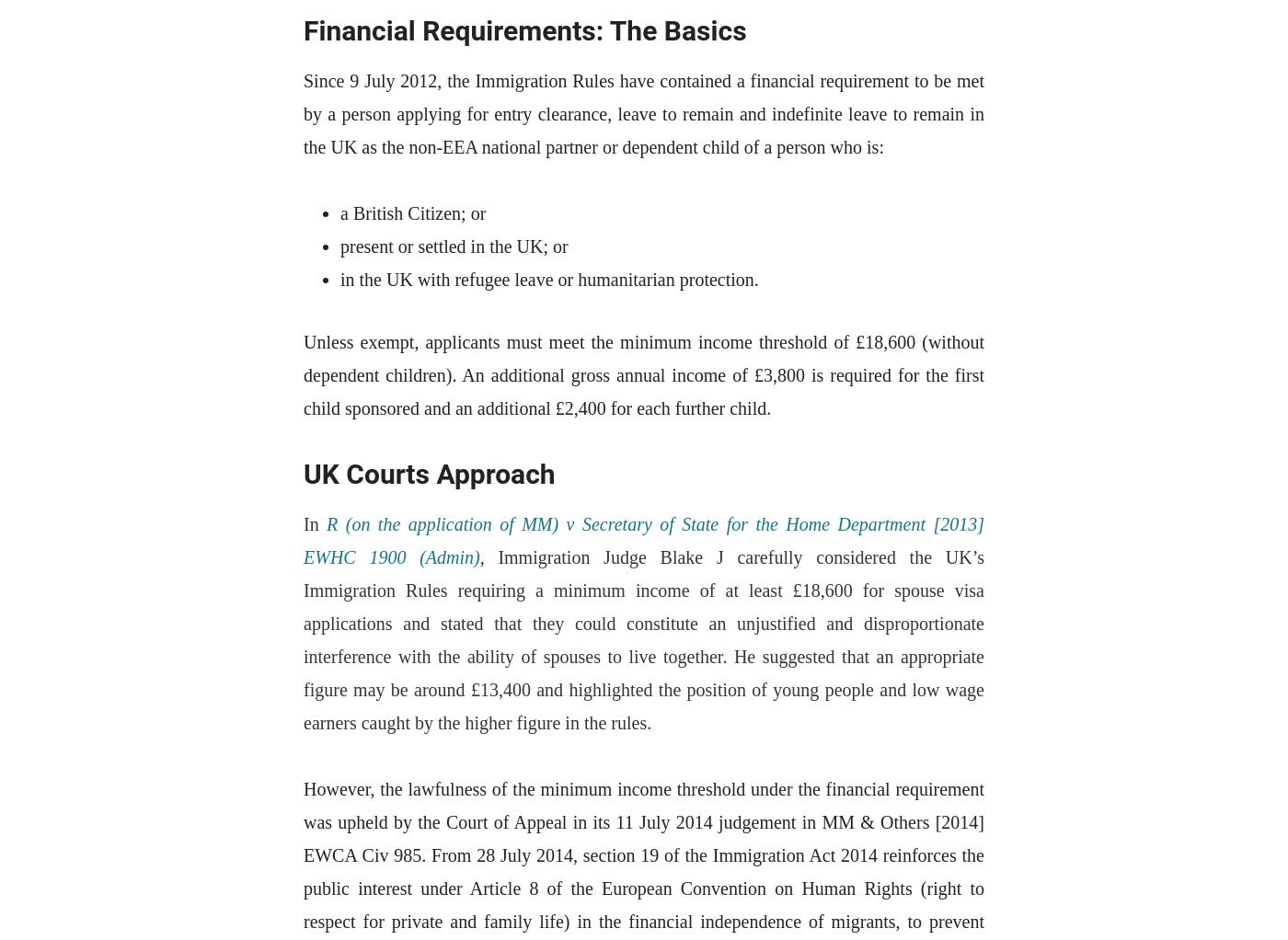 Image resolution: width=1288 pixels, height=940 pixels. What do you see at coordinates (340, 278) in the screenshot?
I see `'in the UK with refugee leave or humanitarian protection.'` at bounding box center [340, 278].